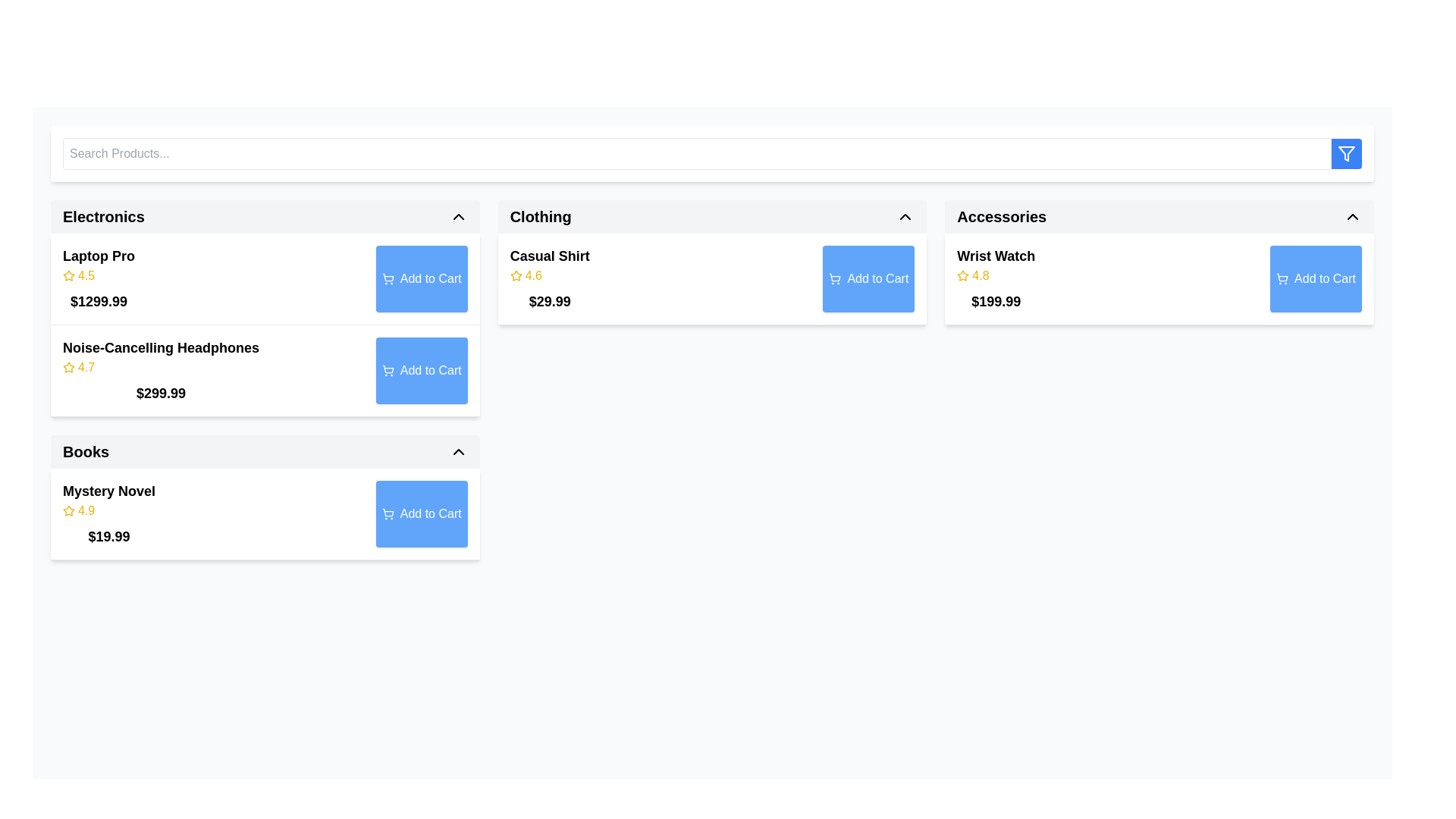  Describe the element at coordinates (516, 275) in the screenshot. I see `the star icon in the Clothing section, which indicates a single star rating for the 'Casual Shirt' item` at that location.